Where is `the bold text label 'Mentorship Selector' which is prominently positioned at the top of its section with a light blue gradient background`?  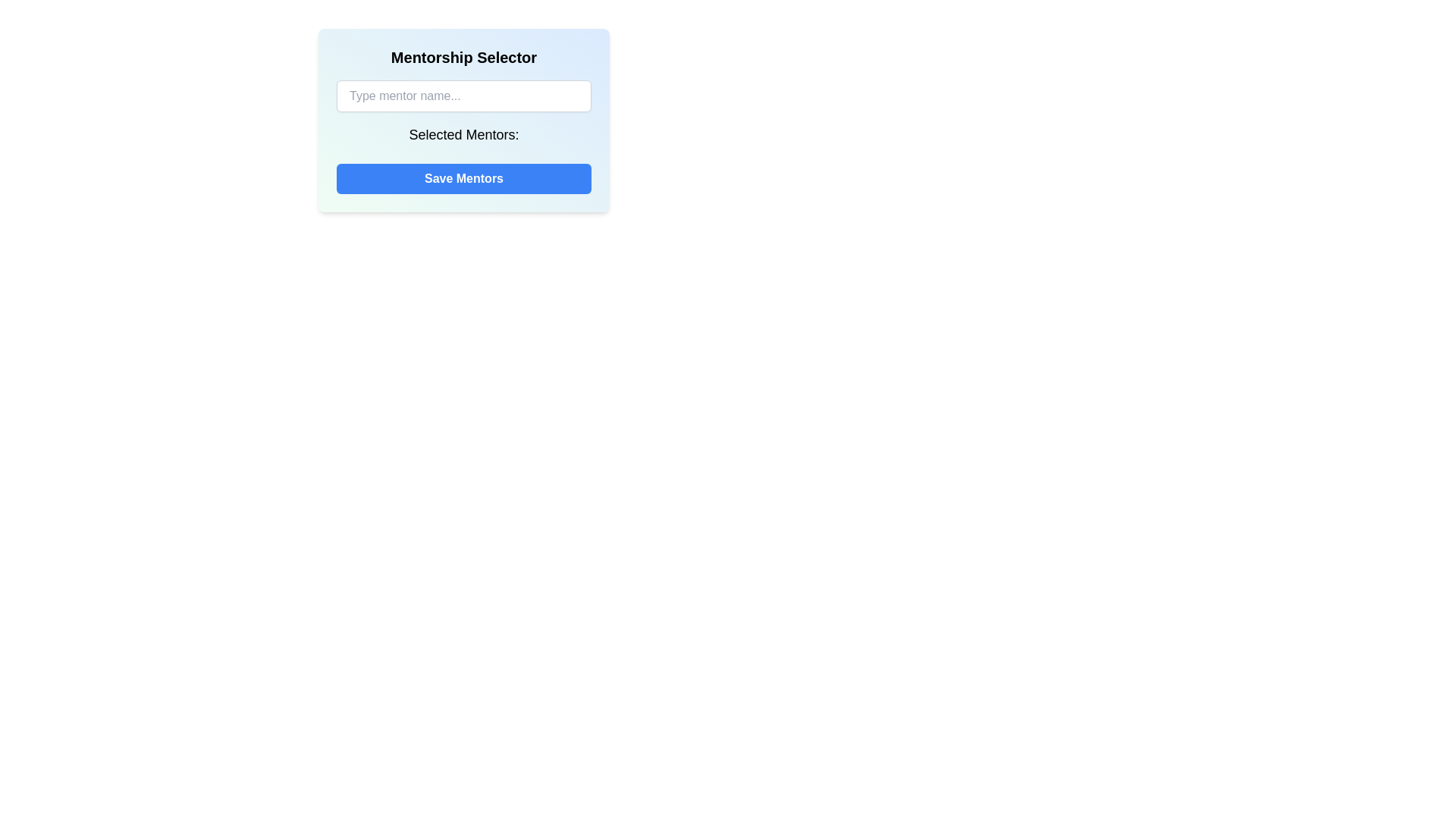 the bold text label 'Mentorship Selector' which is prominently positioned at the top of its section with a light blue gradient background is located at coordinates (463, 57).